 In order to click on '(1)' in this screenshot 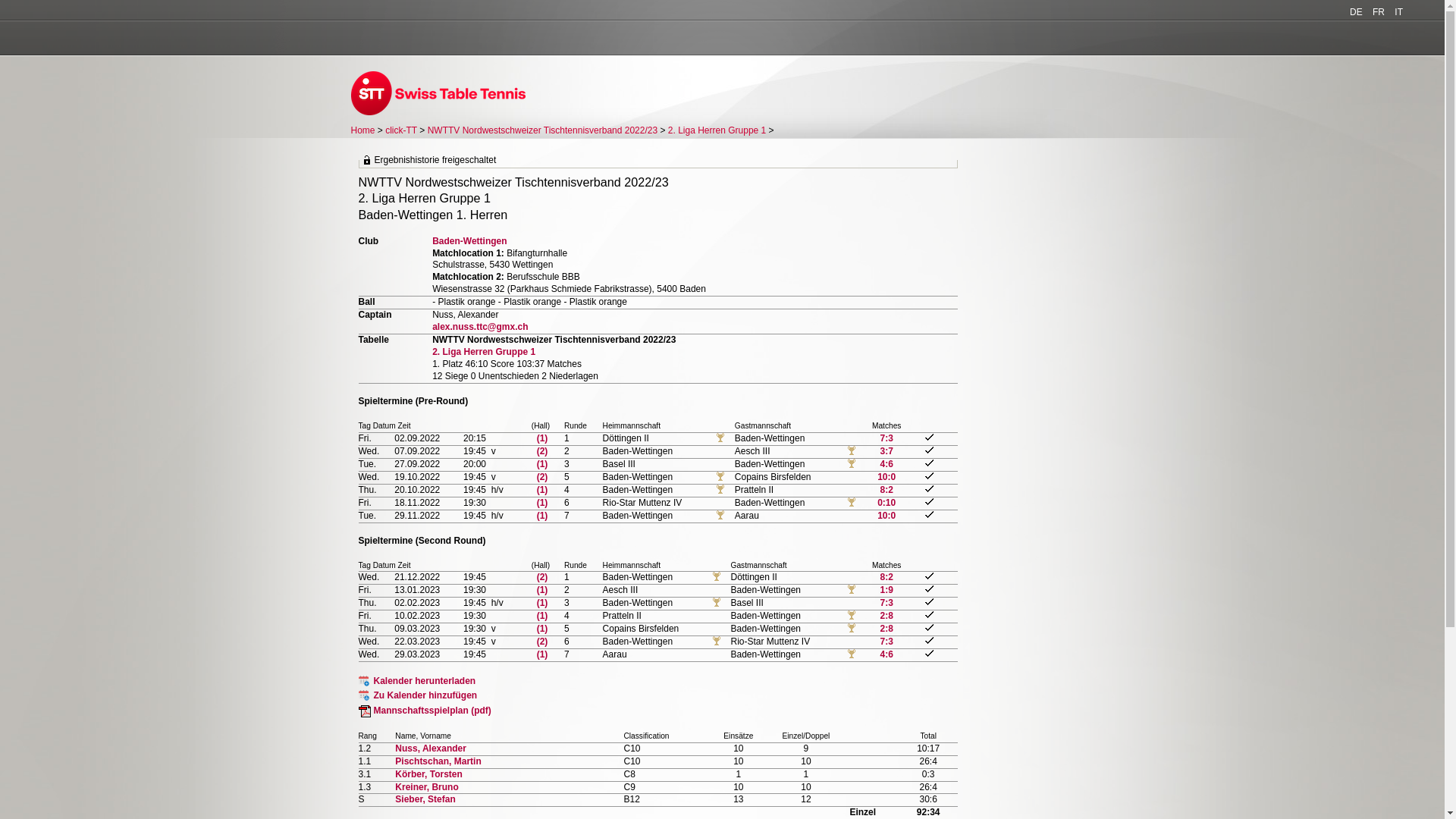, I will do `click(542, 463)`.